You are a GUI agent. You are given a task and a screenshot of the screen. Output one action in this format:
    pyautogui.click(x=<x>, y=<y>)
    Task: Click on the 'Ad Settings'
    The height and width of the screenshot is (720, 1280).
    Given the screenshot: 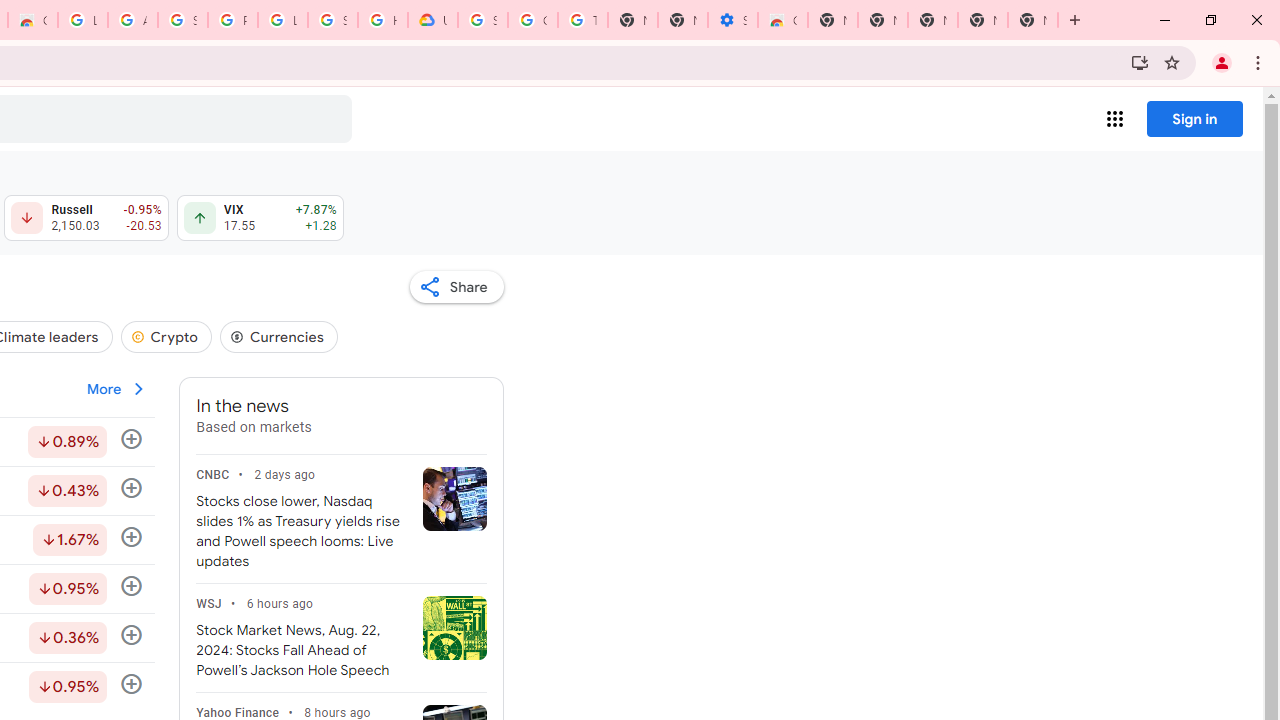 What is the action you would take?
    pyautogui.click(x=131, y=20)
    